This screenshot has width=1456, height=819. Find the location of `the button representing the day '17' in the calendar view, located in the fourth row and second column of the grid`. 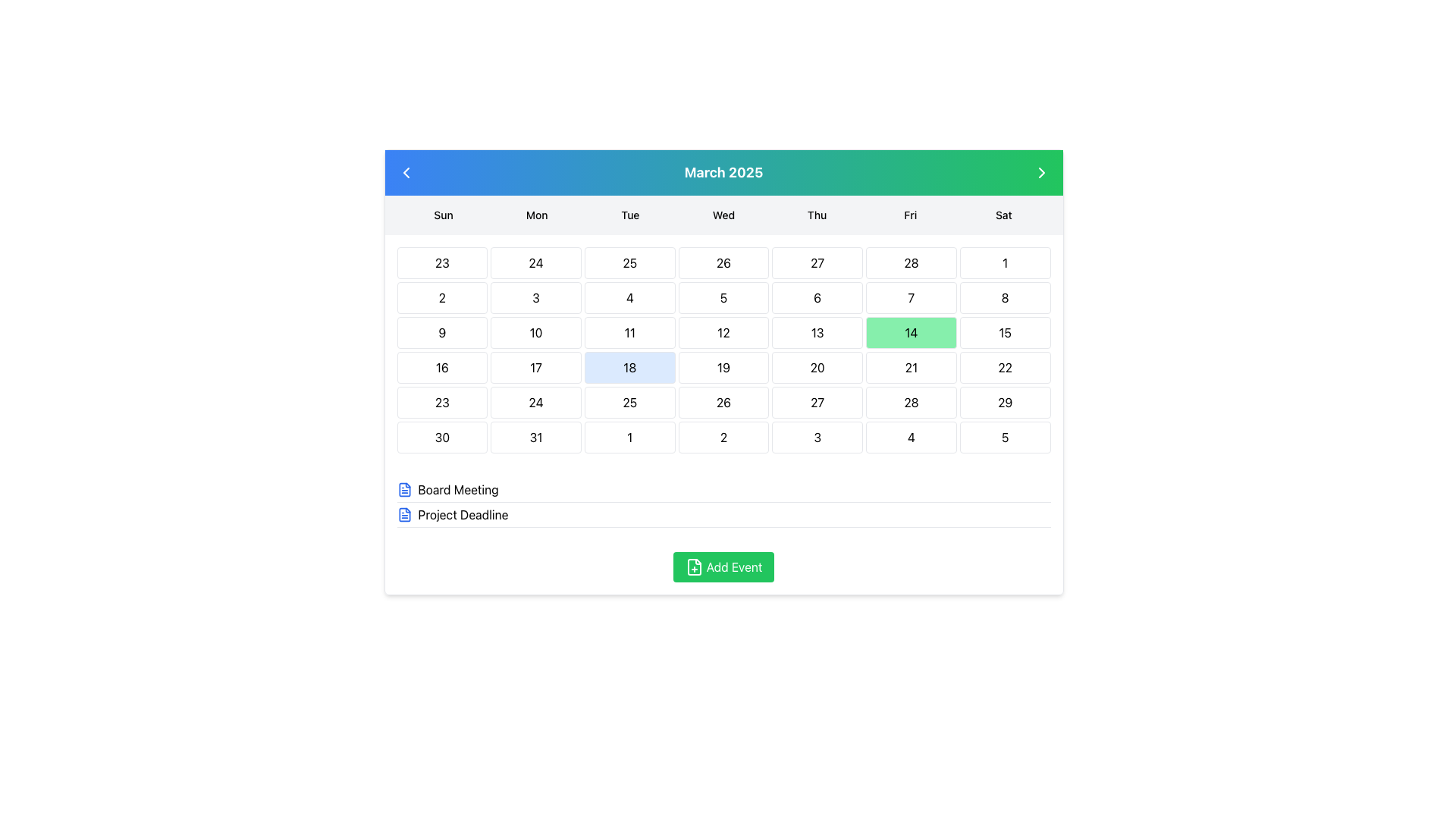

the button representing the day '17' in the calendar view, located in the fourth row and second column of the grid is located at coordinates (536, 368).